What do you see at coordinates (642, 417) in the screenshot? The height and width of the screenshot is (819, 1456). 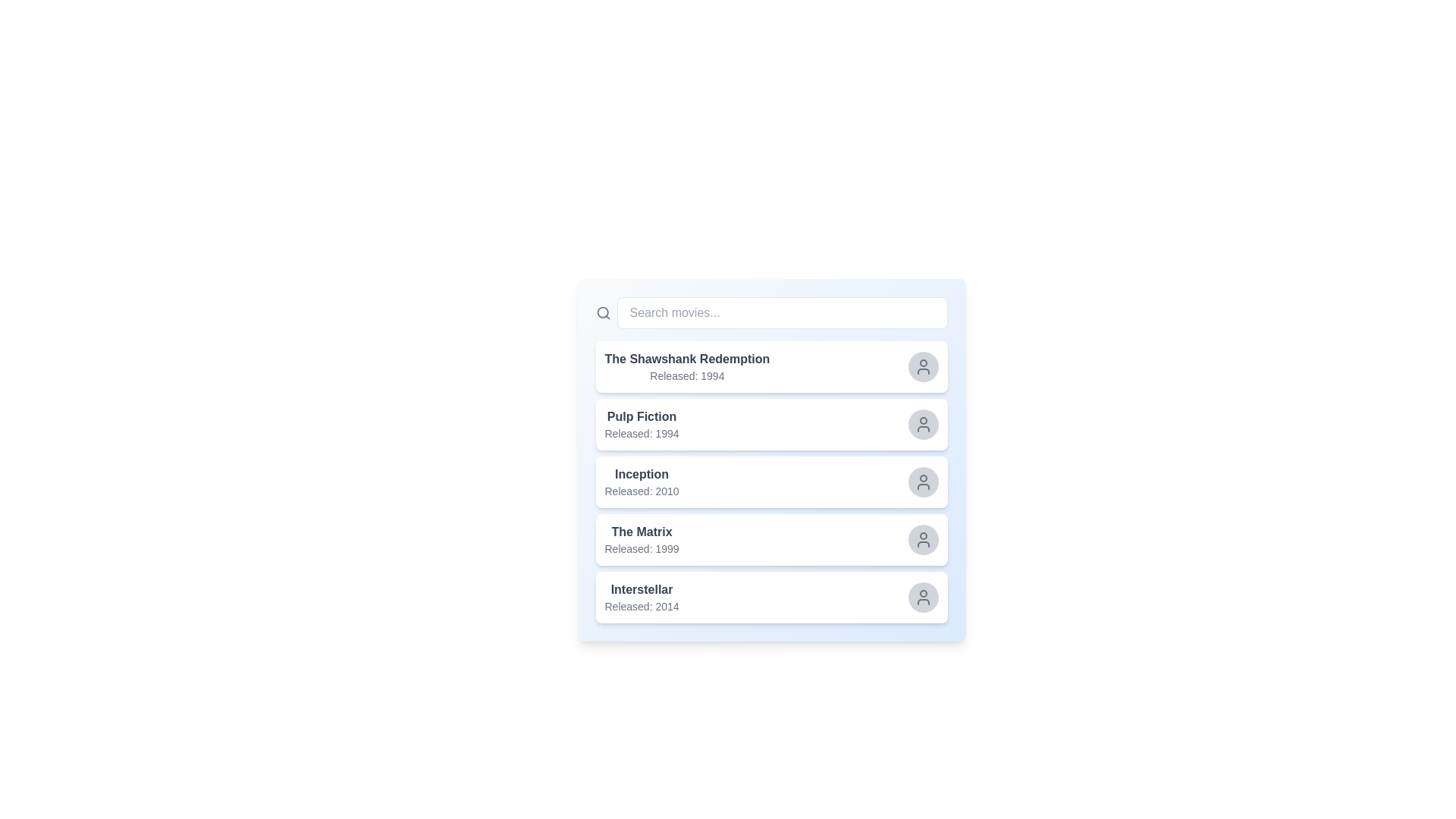 I see `the text label 'Pulp Fiction', which is displayed prominently in bold gray above the subtext 'Released: 1994', positioned second from the top in a list of movie titles` at bounding box center [642, 417].